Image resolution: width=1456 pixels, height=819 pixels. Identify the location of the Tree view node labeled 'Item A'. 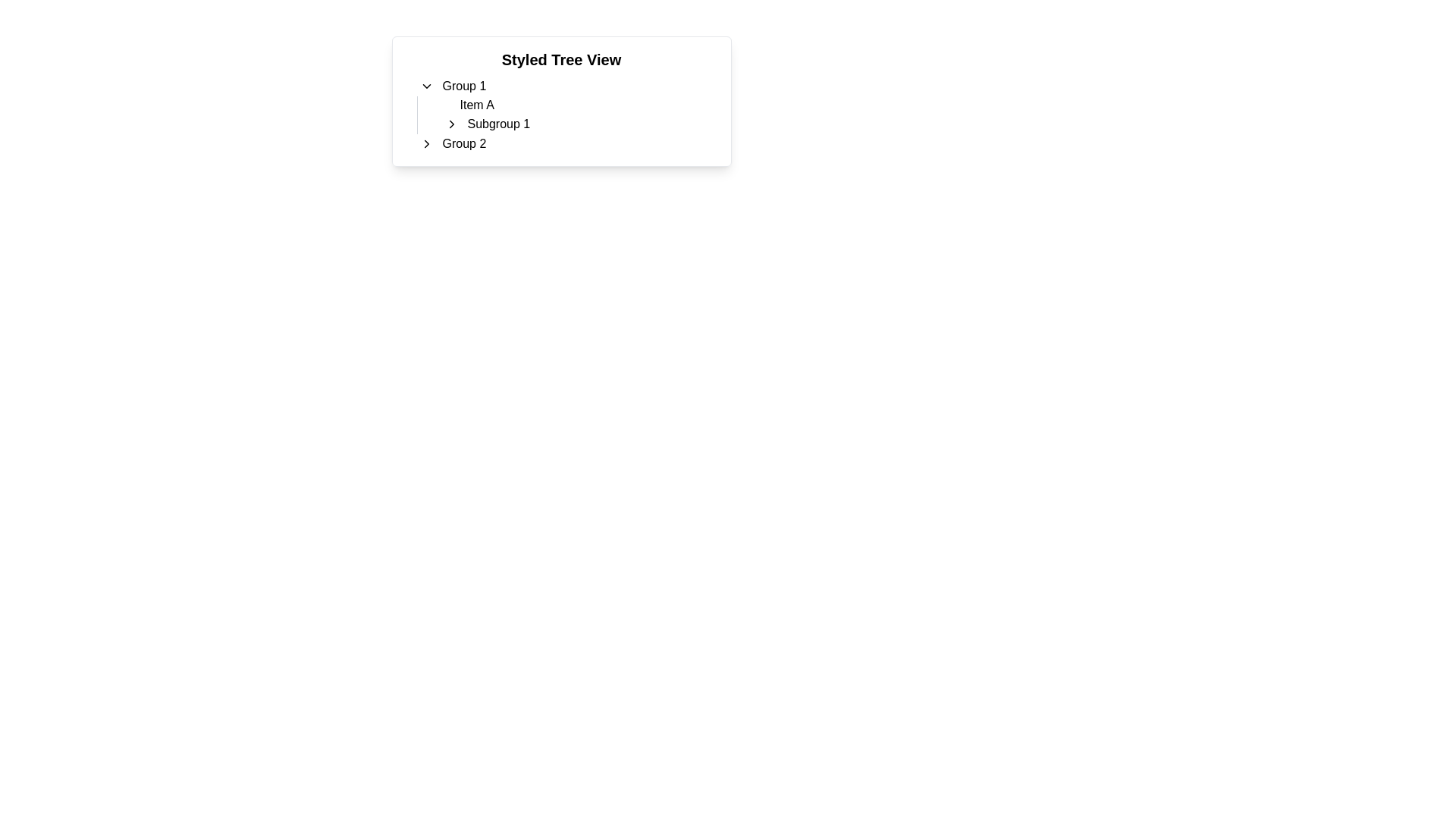
(579, 104).